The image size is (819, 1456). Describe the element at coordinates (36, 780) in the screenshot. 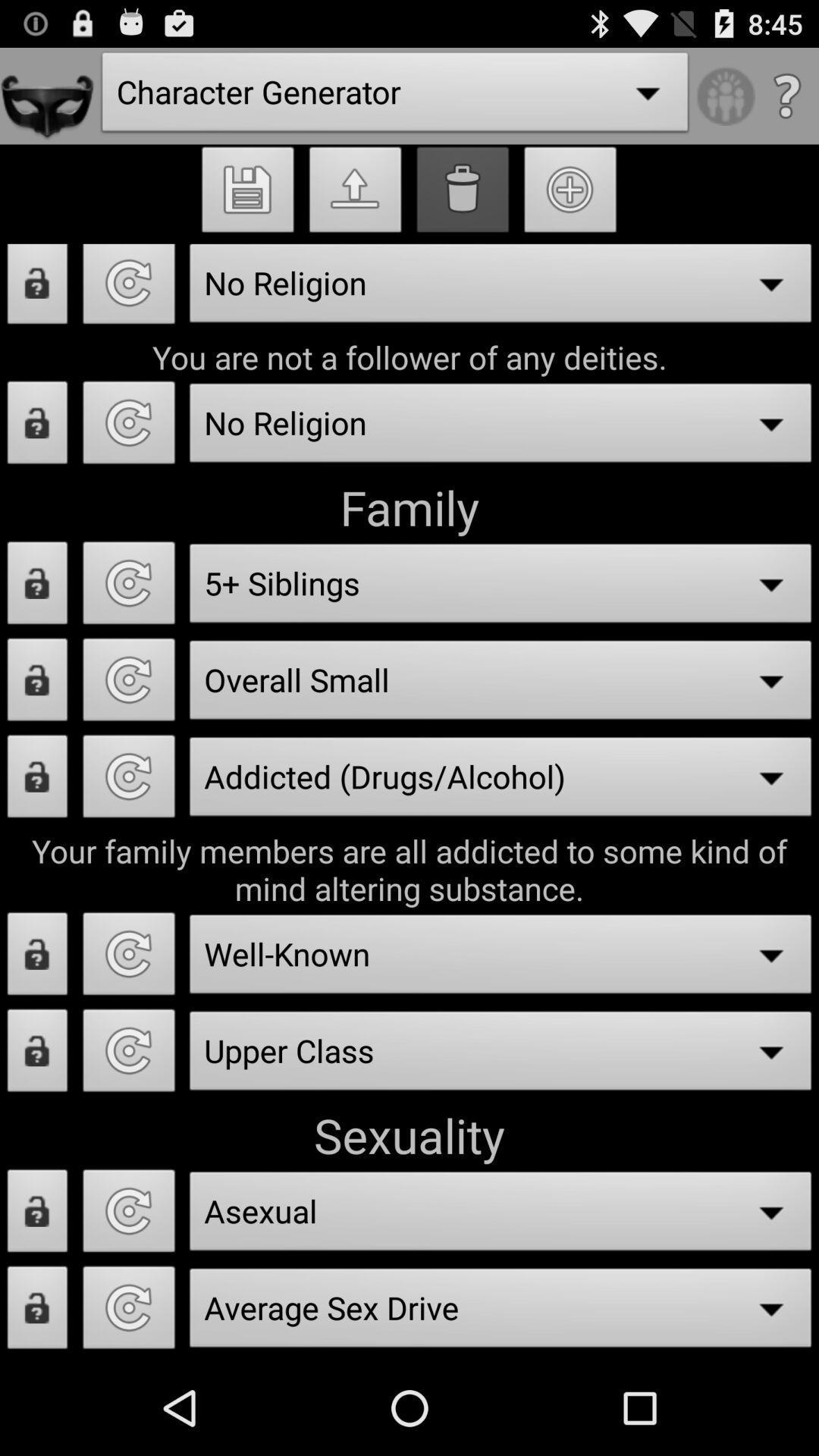

I see `addicted` at that location.